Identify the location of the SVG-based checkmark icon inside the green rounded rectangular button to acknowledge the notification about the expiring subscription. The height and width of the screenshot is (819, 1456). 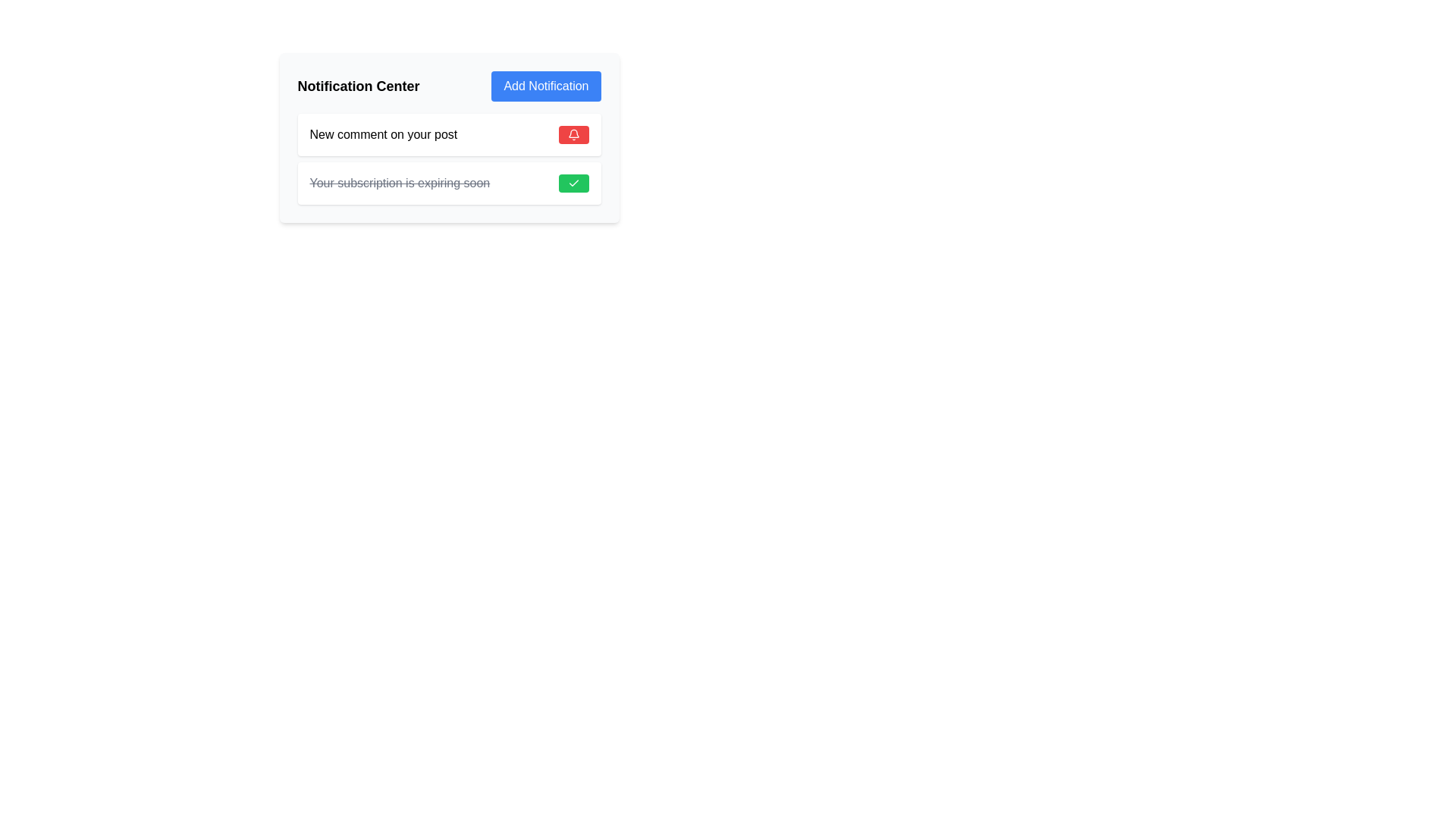
(573, 183).